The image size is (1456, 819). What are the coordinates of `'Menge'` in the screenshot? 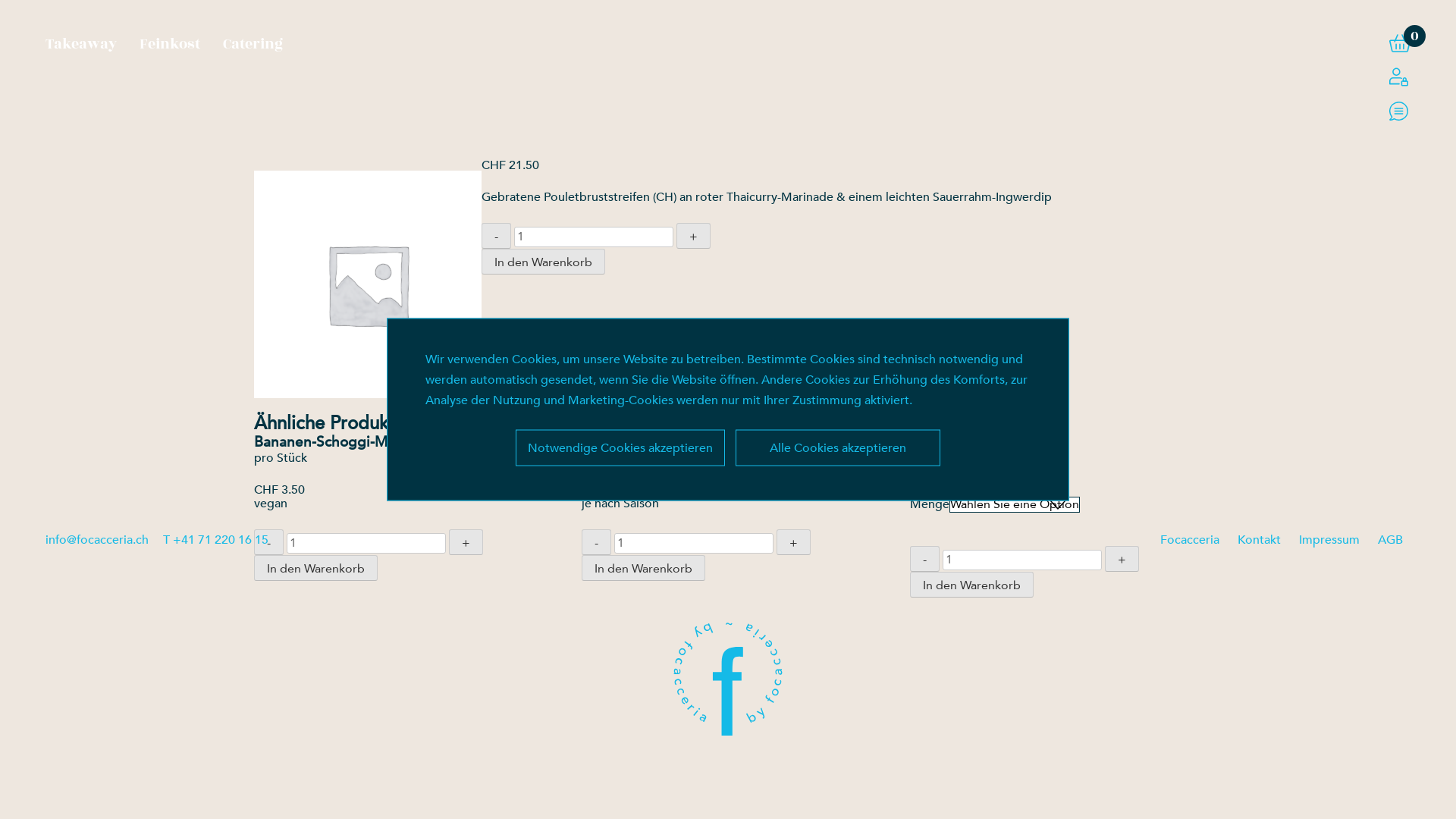 It's located at (1022, 559).